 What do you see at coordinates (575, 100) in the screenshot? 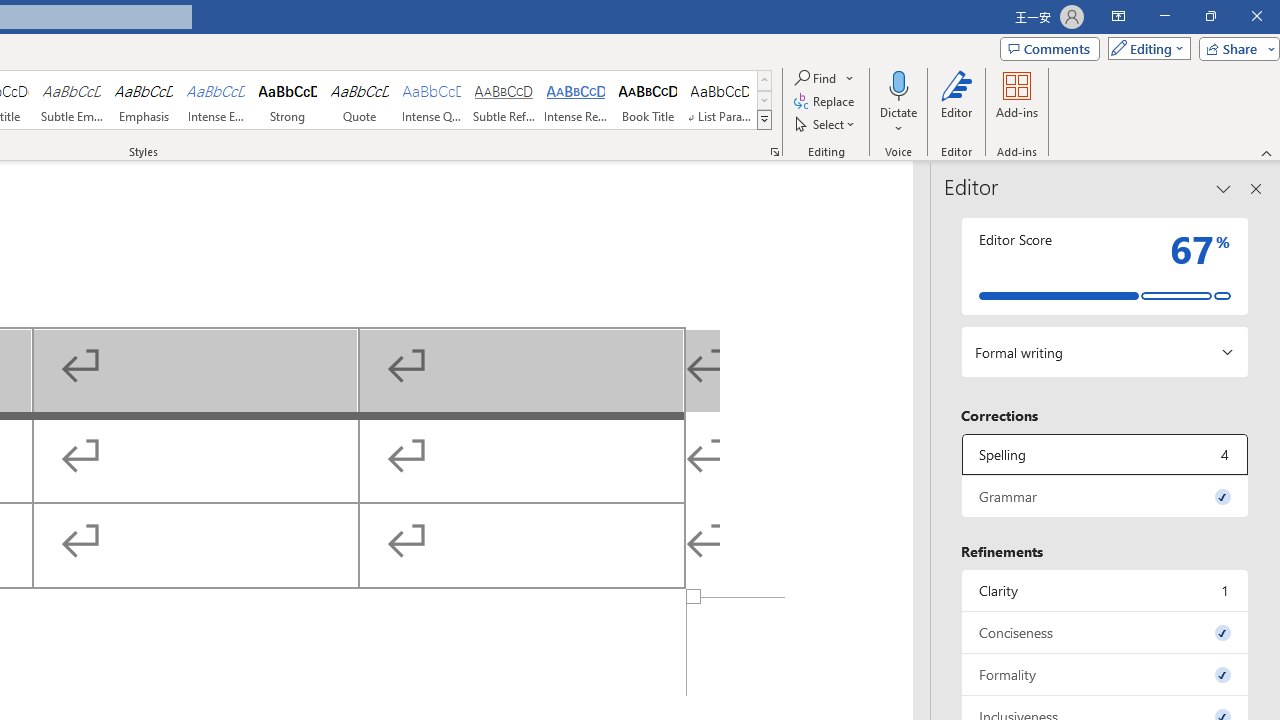
I see `'Intense Reference'` at bounding box center [575, 100].